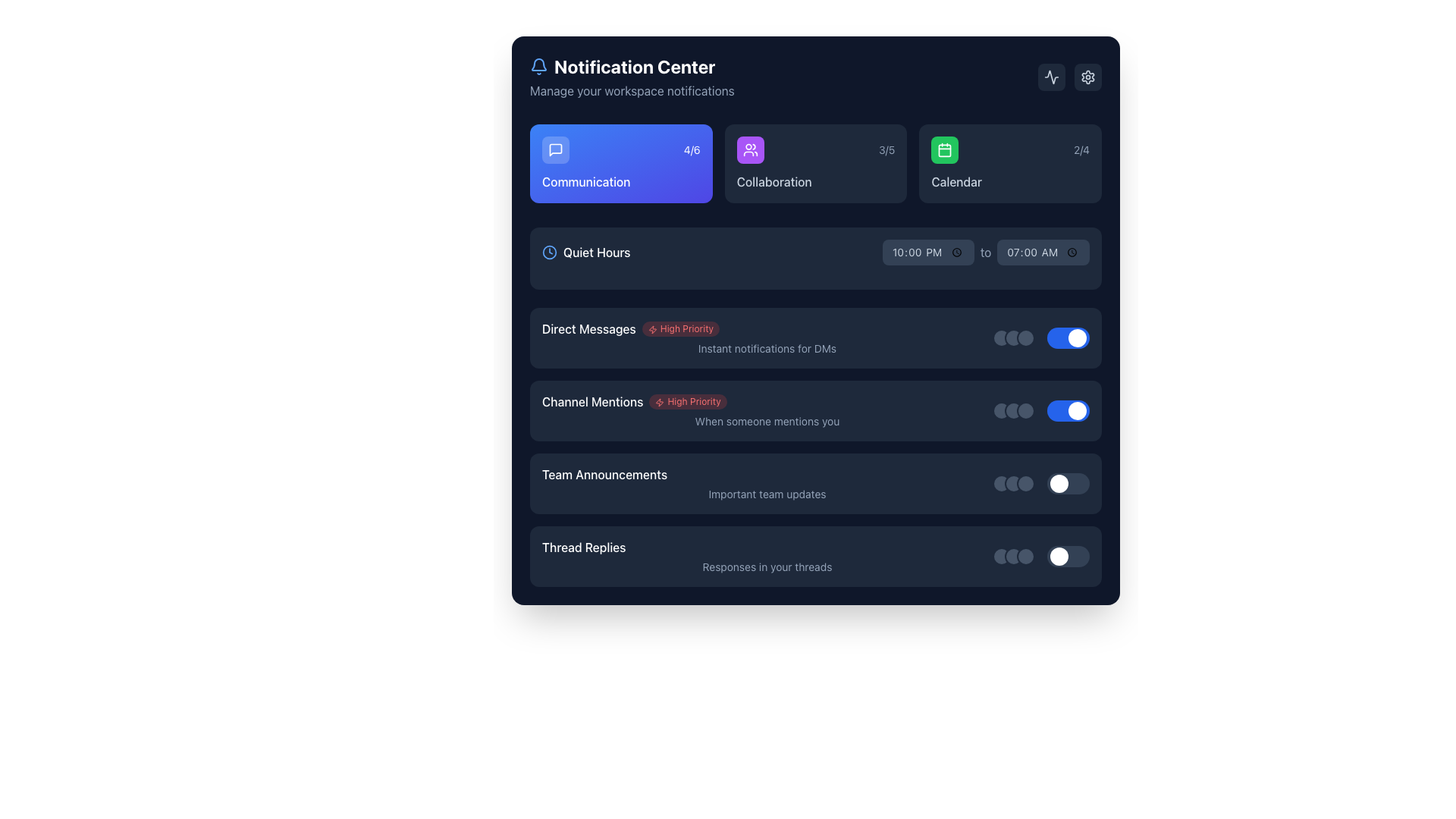 The width and height of the screenshot is (1456, 819). What do you see at coordinates (632, 90) in the screenshot?
I see `the descriptive text label located directly beneath the 'Notification Center' heading in the header section of the interface` at bounding box center [632, 90].